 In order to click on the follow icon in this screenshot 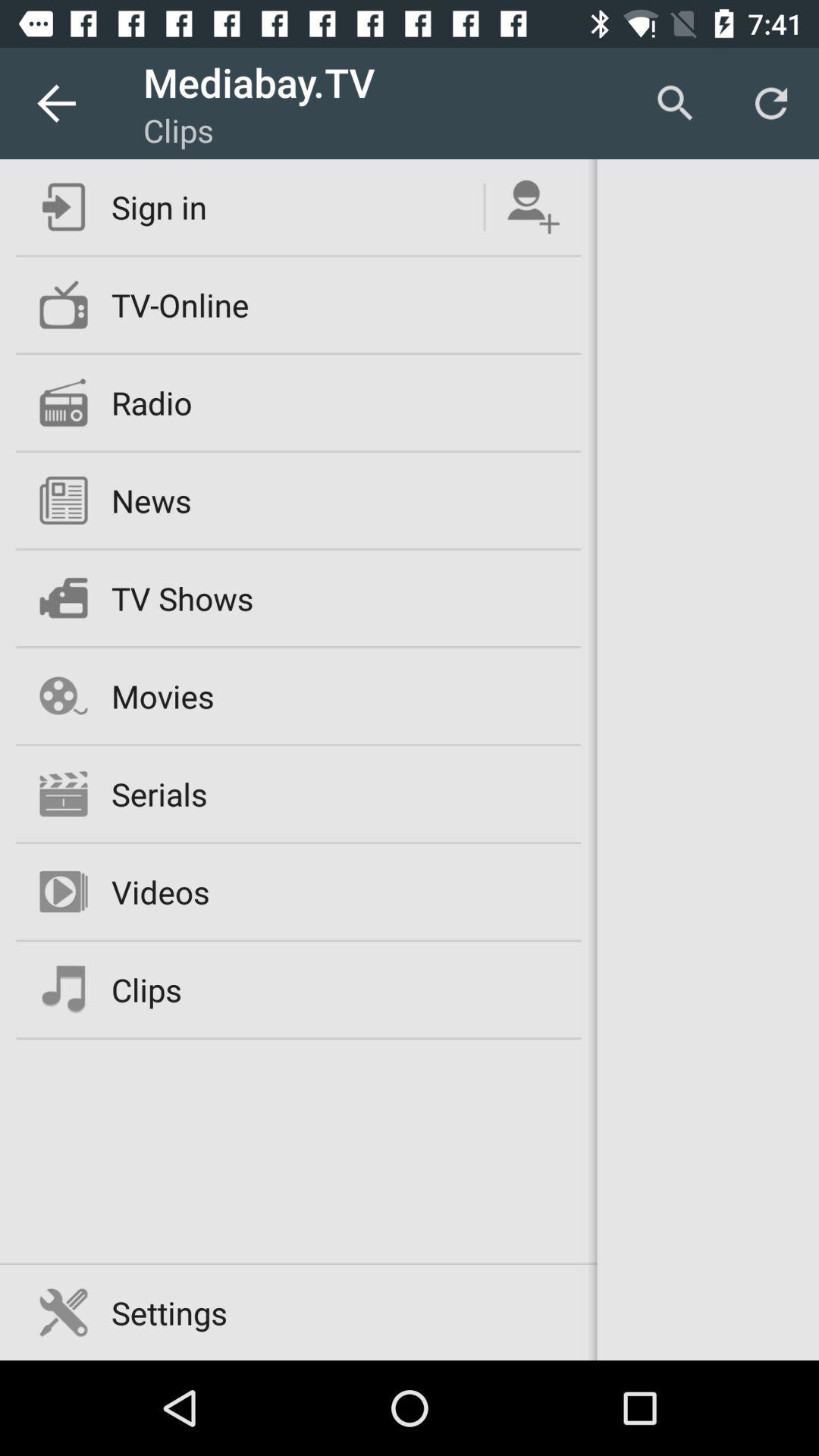, I will do `click(532, 206)`.